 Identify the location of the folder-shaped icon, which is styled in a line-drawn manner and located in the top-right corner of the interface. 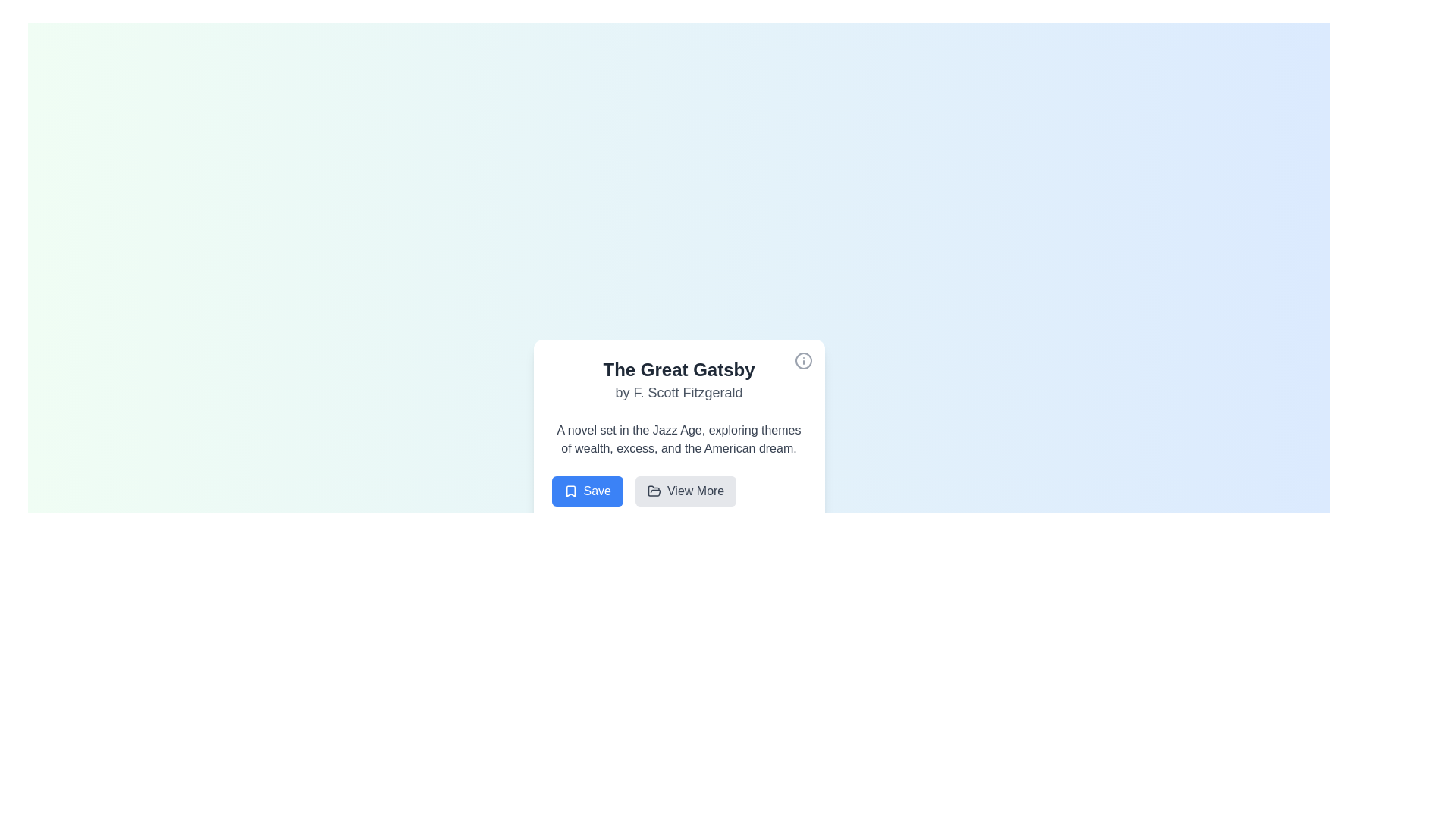
(654, 491).